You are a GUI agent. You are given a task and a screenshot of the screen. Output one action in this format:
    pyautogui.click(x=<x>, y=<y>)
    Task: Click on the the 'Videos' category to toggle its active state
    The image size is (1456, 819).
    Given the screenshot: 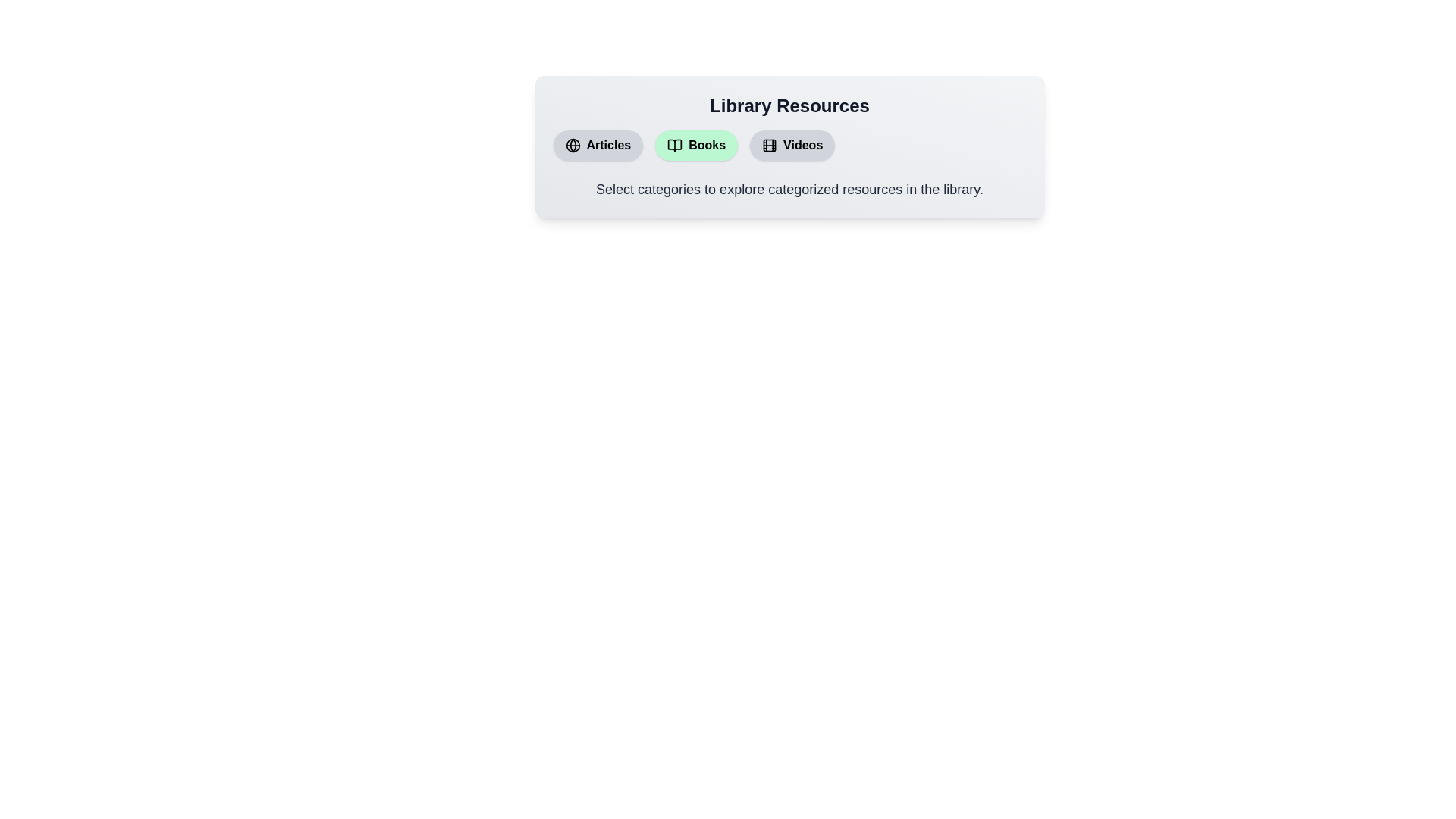 What is the action you would take?
    pyautogui.click(x=792, y=146)
    